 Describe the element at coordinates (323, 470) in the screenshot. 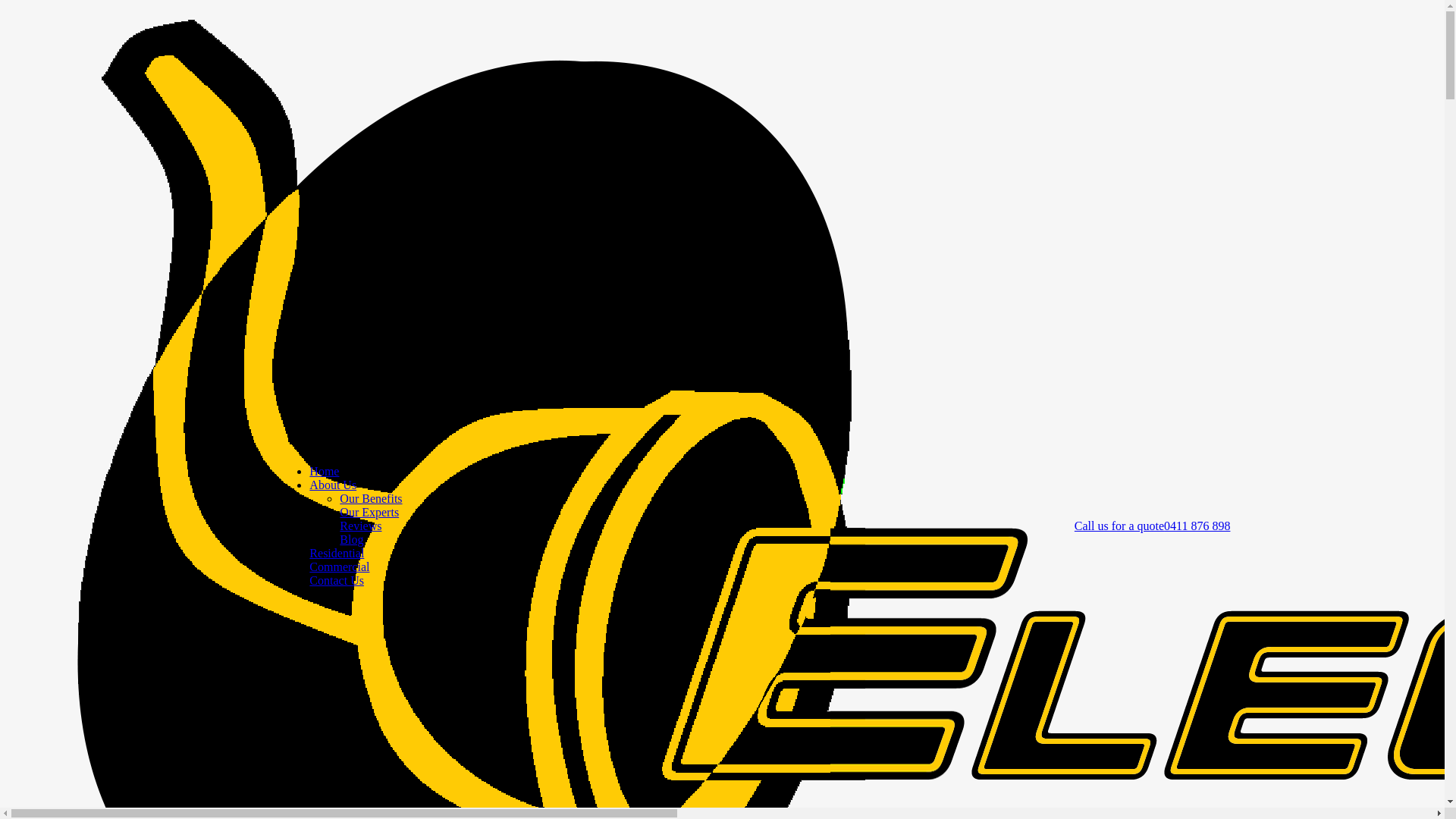

I see `'Home'` at that location.